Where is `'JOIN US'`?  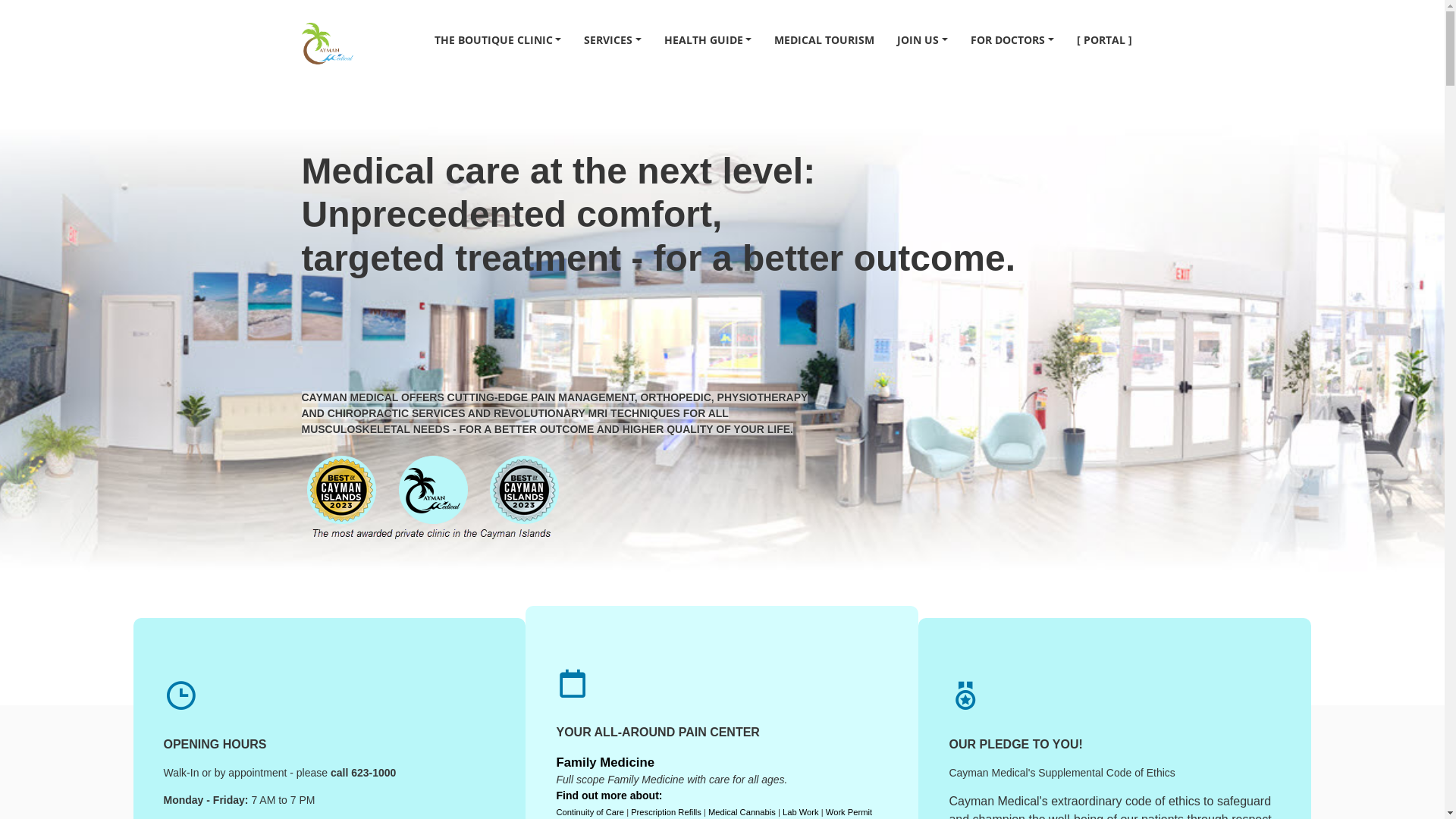 'JOIN US' is located at coordinates (885, 39).